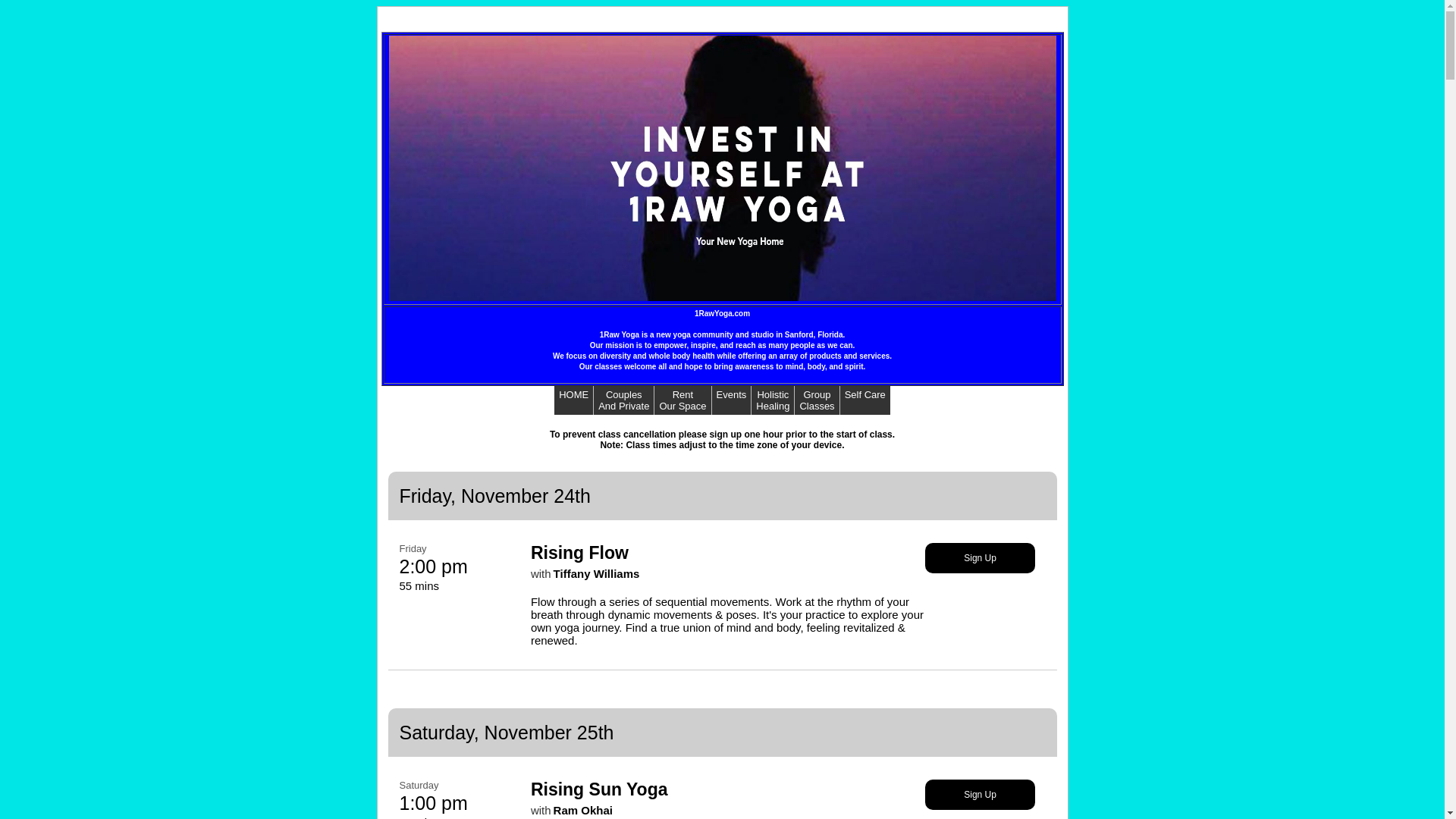  I want to click on 'Sign Up', so click(924, 794).